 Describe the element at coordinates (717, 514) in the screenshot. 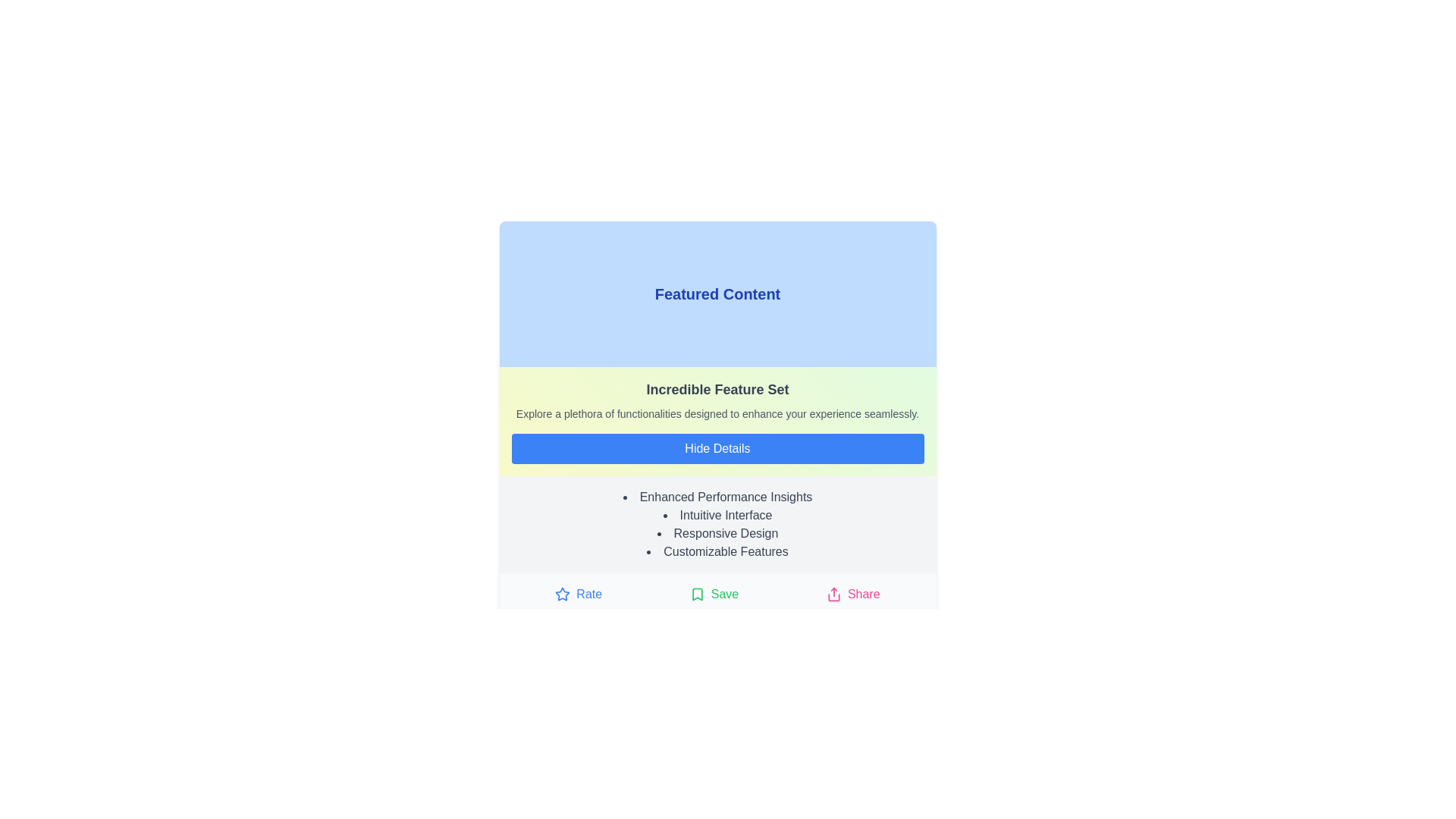

I see `the second item in the bulleted list which serves as a descriptive text label, located below the 'Hide Details' button and above the action buttons` at that location.